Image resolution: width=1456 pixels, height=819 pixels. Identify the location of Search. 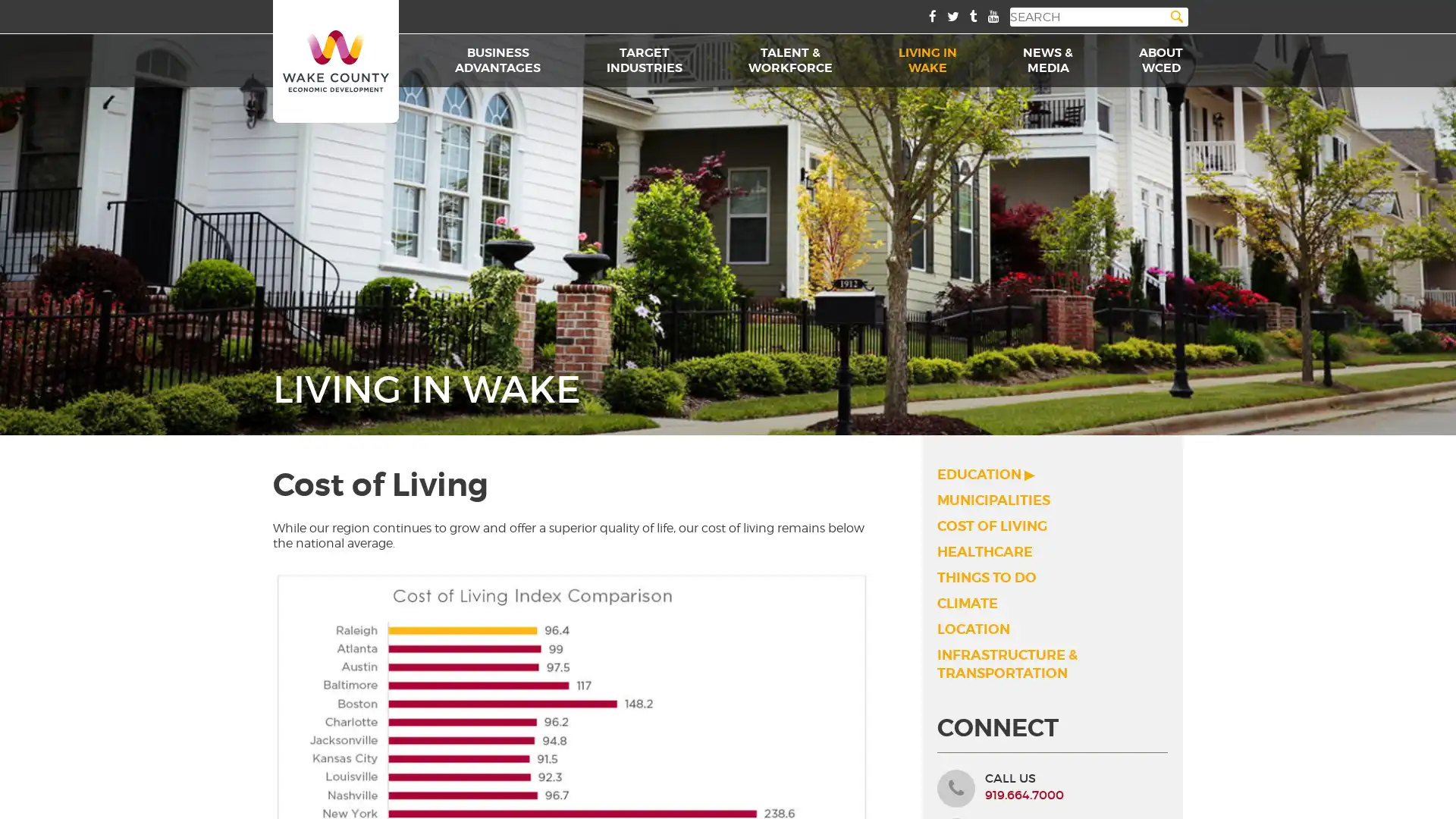
(1175, 17).